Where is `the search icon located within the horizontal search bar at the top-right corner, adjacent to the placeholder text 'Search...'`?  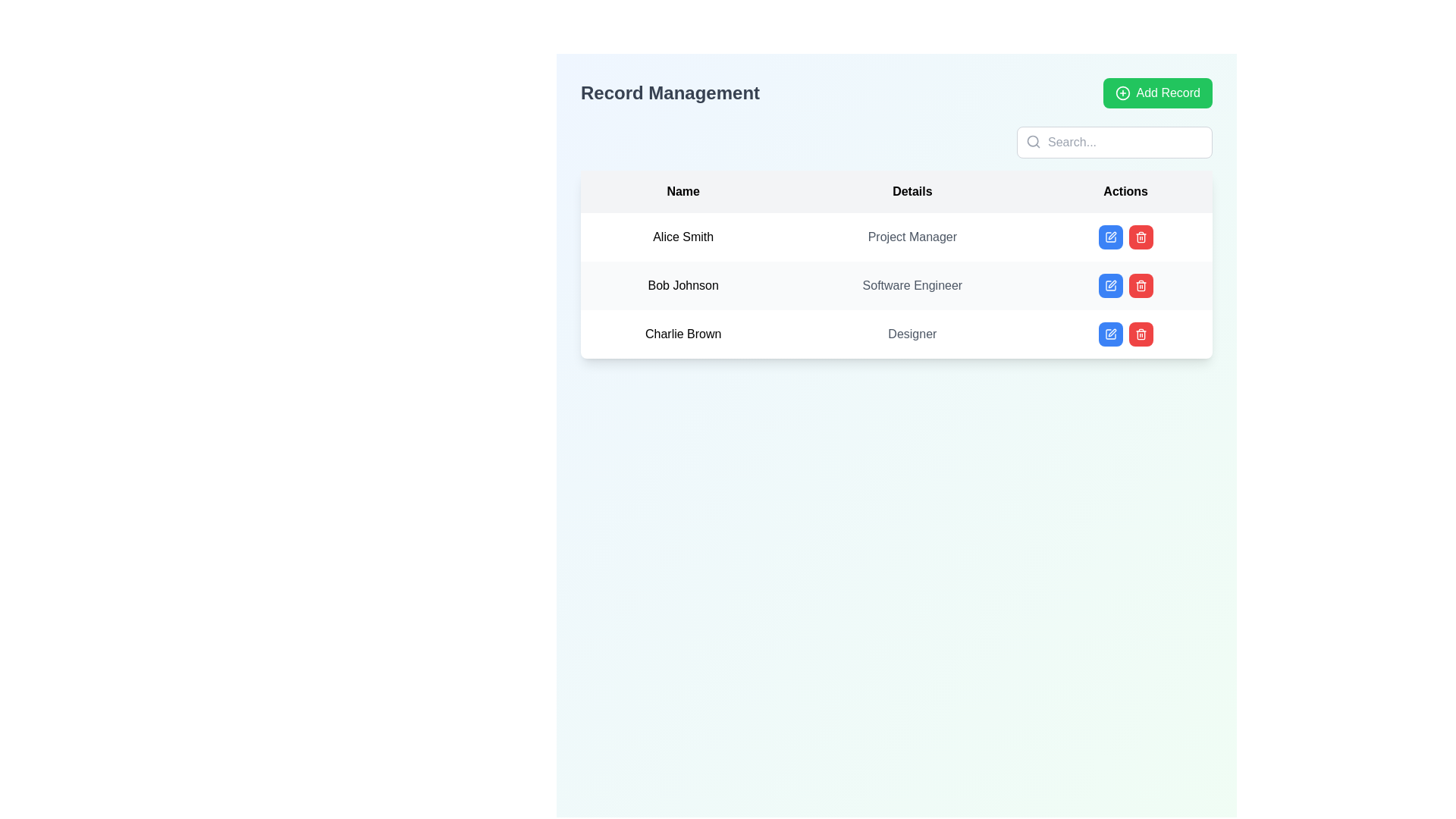 the search icon located within the horizontal search bar at the top-right corner, adjacent to the placeholder text 'Search...' is located at coordinates (1033, 141).